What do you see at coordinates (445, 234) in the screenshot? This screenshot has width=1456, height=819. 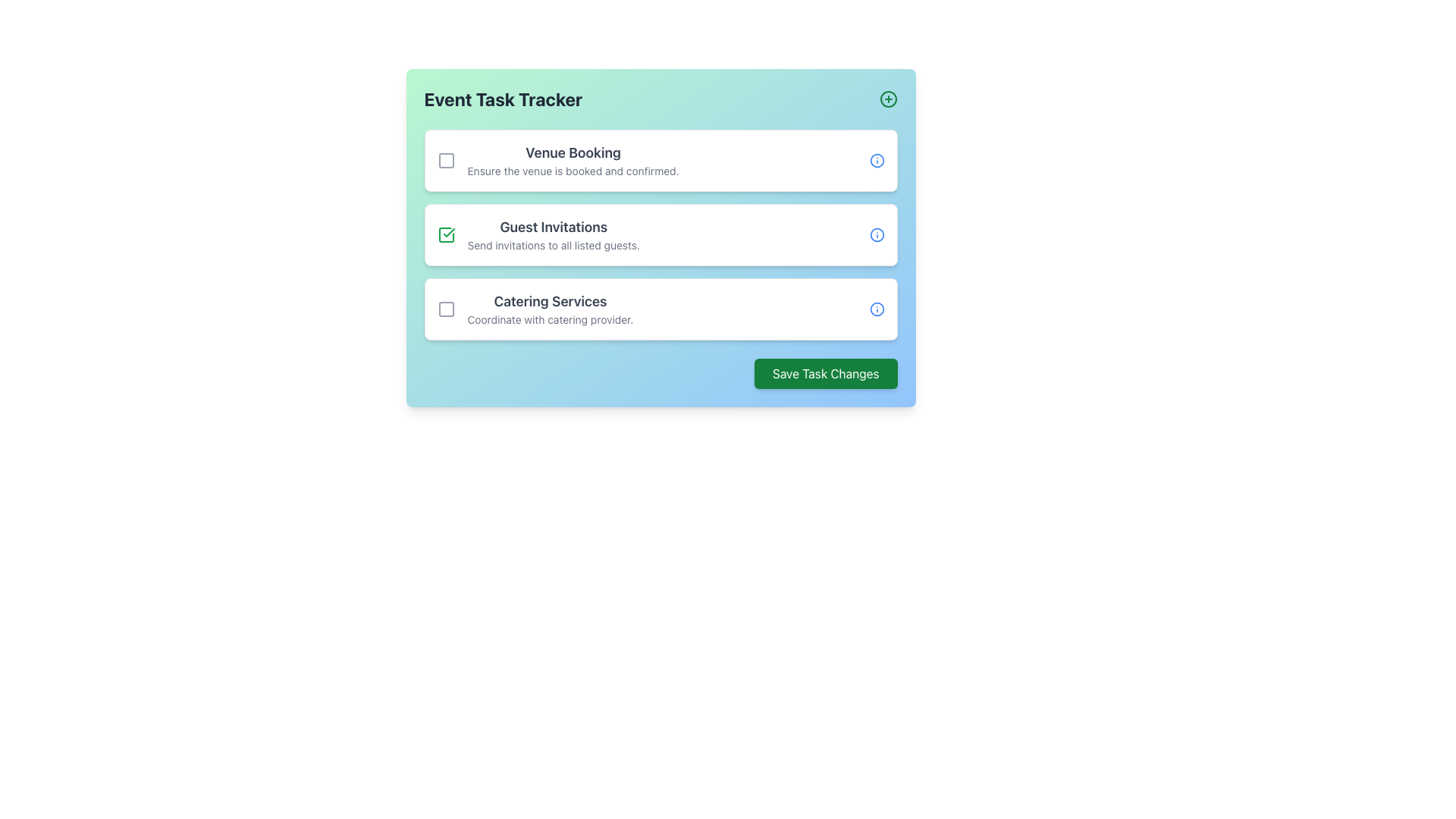 I see `the checkbox` at bounding box center [445, 234].